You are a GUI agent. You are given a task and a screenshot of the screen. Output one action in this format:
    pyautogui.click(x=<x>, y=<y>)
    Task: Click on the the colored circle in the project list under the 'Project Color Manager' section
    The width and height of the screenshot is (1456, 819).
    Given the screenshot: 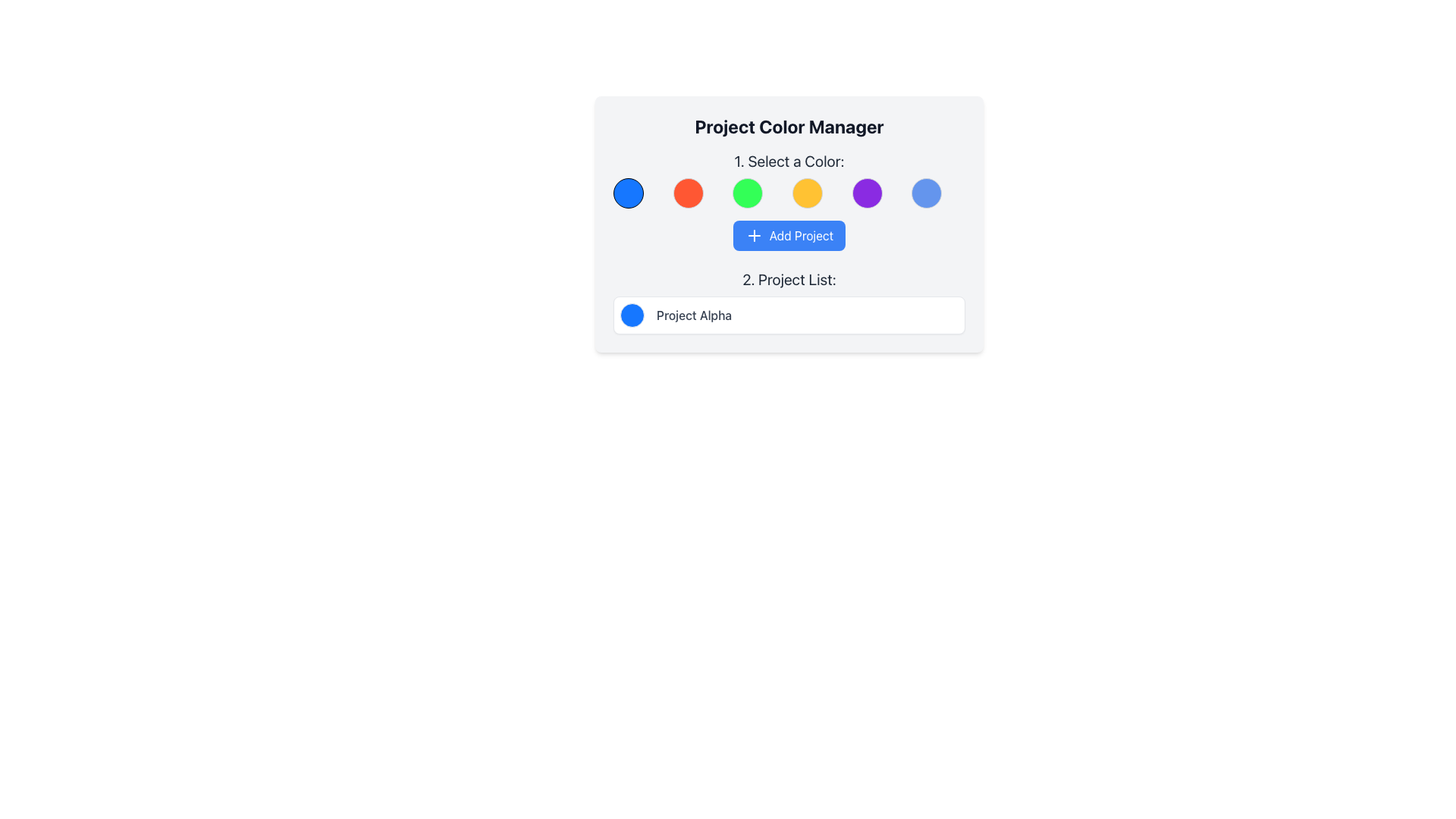 What is the action you would take?
    pyautogui.click(x=789, y=301)
    